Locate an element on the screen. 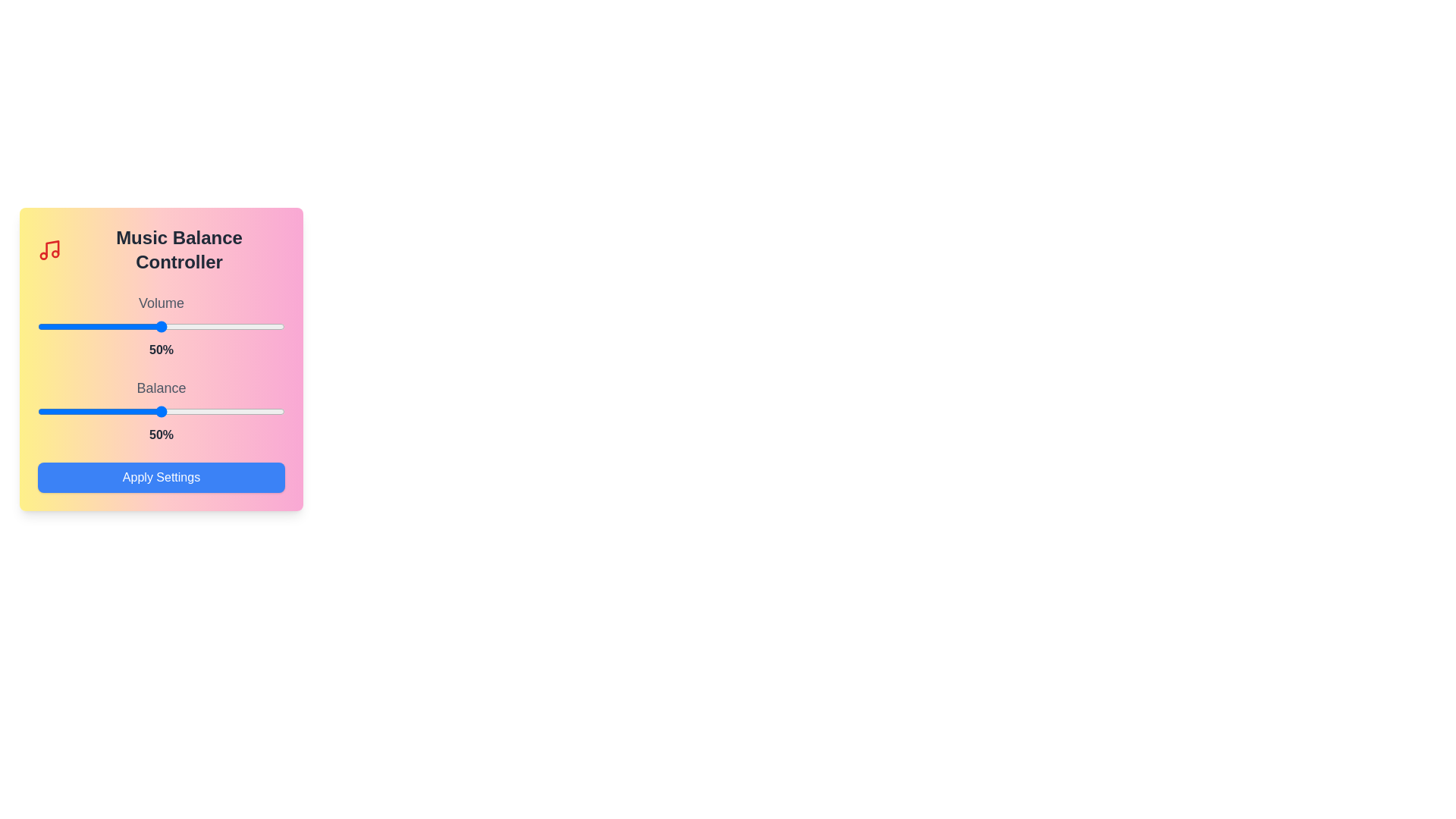 The width and height of the screenshot is (1456, 819). the volume slider to set the volume to 84% is located at coordinates (245, 326).